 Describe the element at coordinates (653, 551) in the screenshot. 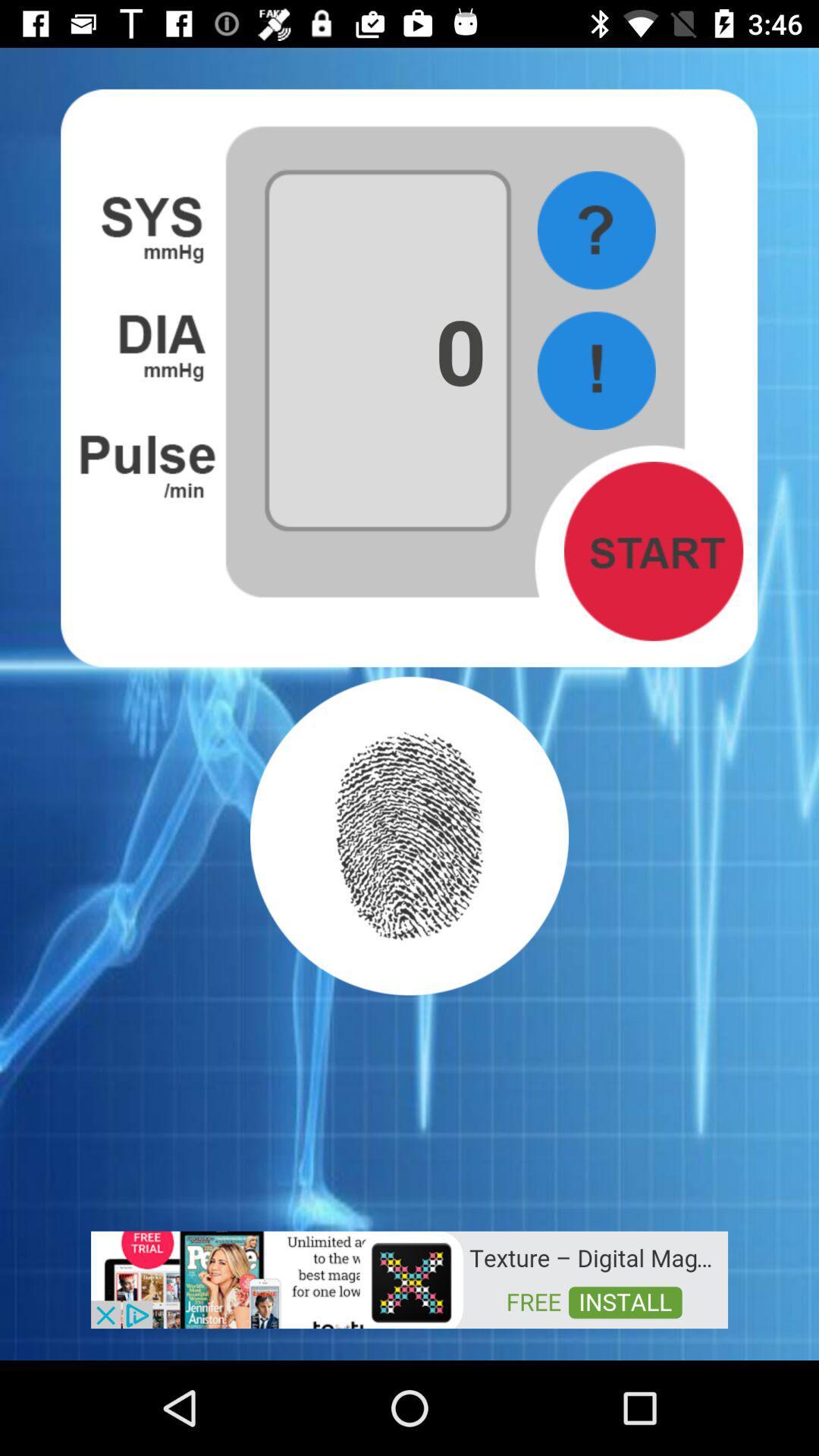

I see `to start the test` at that location.